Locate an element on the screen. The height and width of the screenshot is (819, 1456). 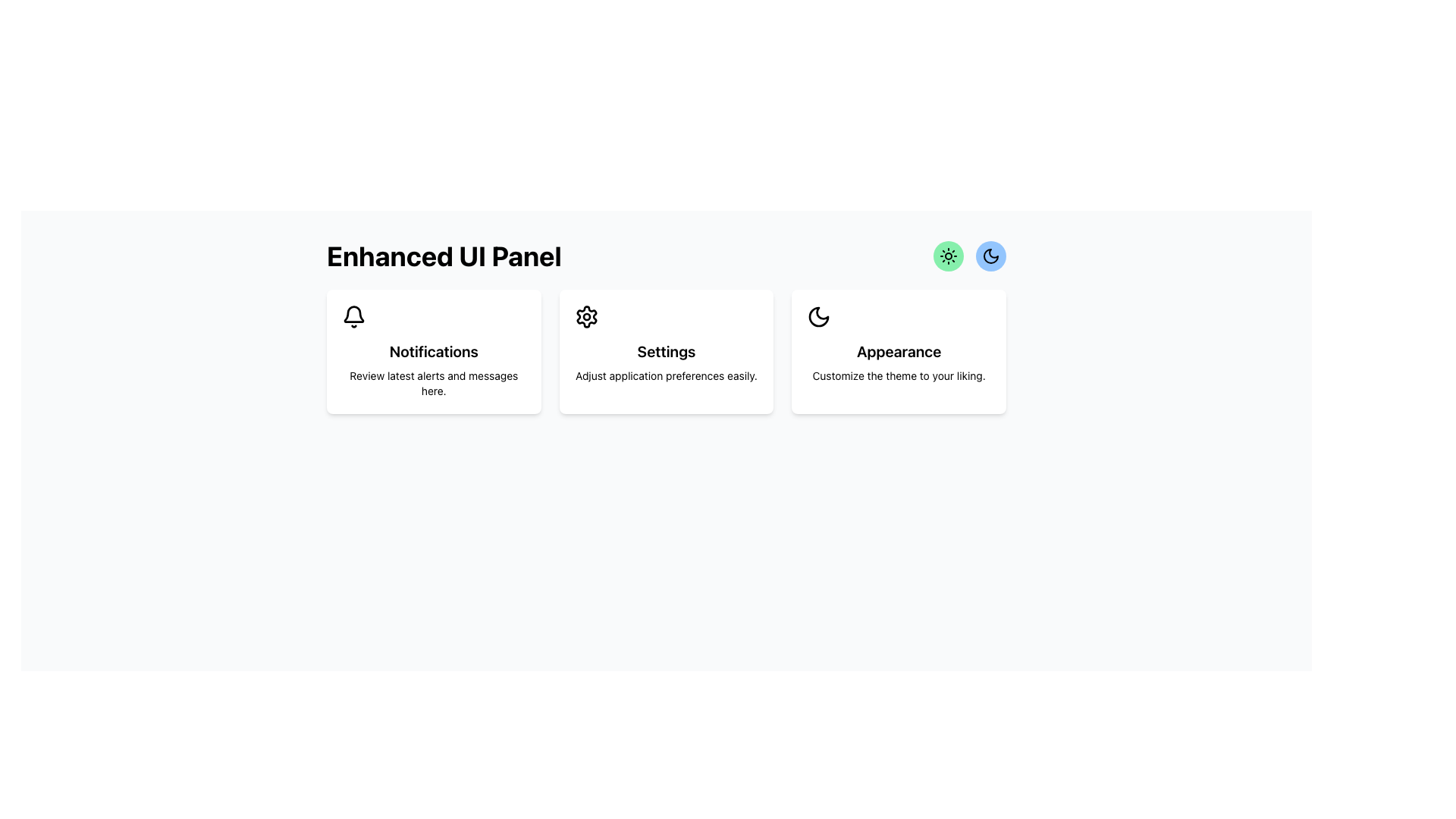
the SVG Icon displaying a crescent moon in the upper-right corner of the interface is located at coordinates (818, 315).